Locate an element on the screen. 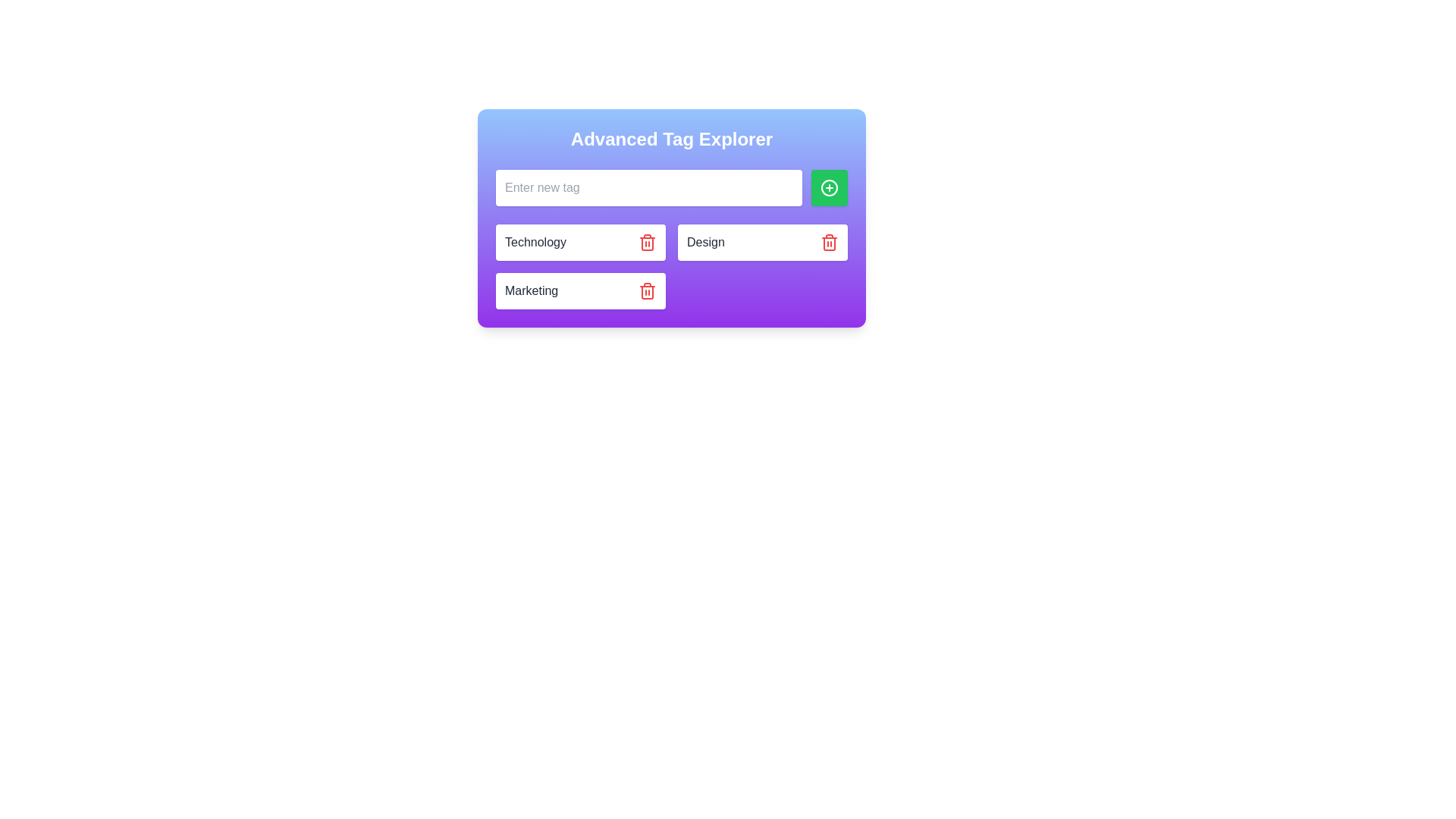 This screenshot has height=819, width=1456. text label located at the top of the card section, which serves as the title or header for the content within the card is located at coordinates (671, 140).